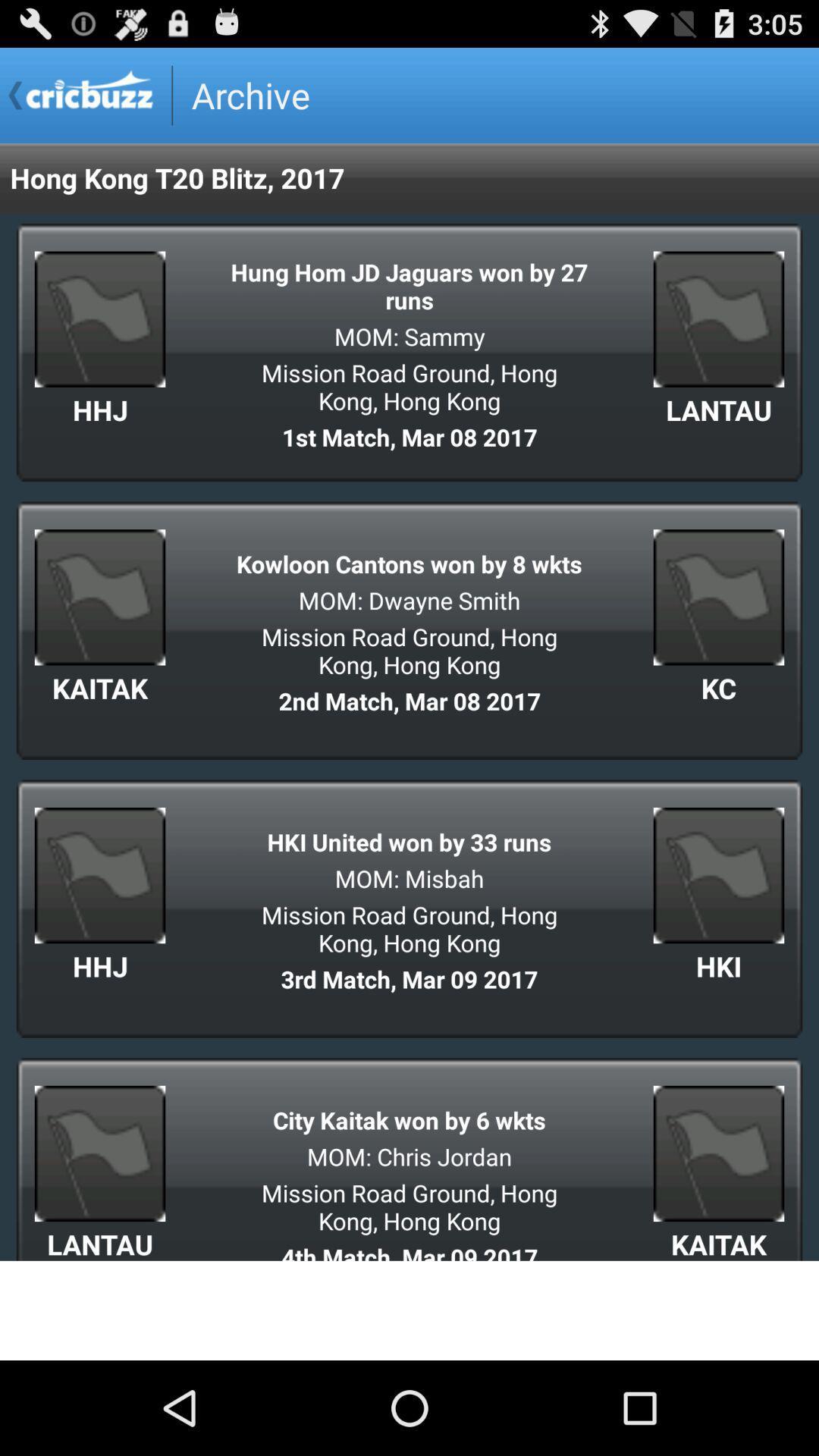 Image resolution: width=819 pixels, height=1456 pixels. Describe the element at coordinates (409, 563) in the screenshot. I see `icon below 1st match mar app` at that location.